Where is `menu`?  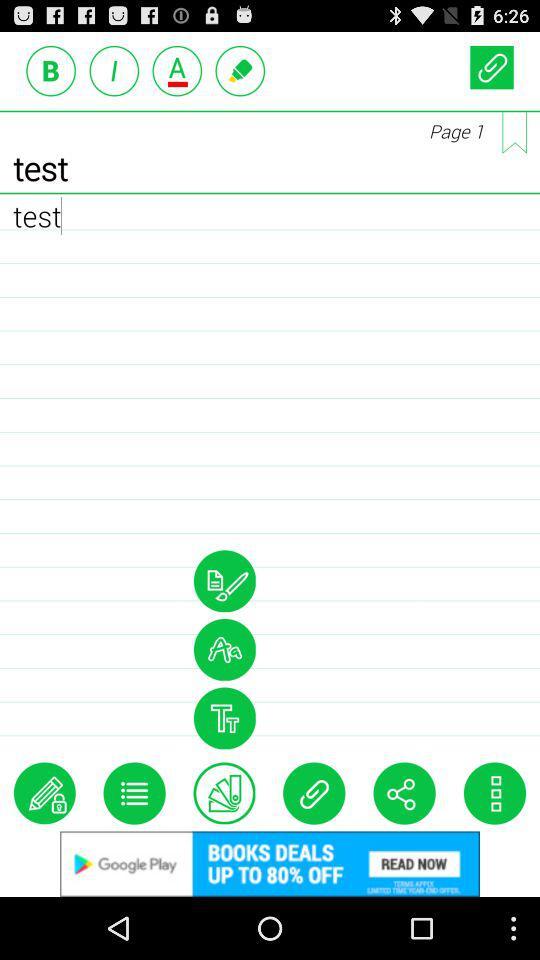 menu is located at coordinates (134, 793).